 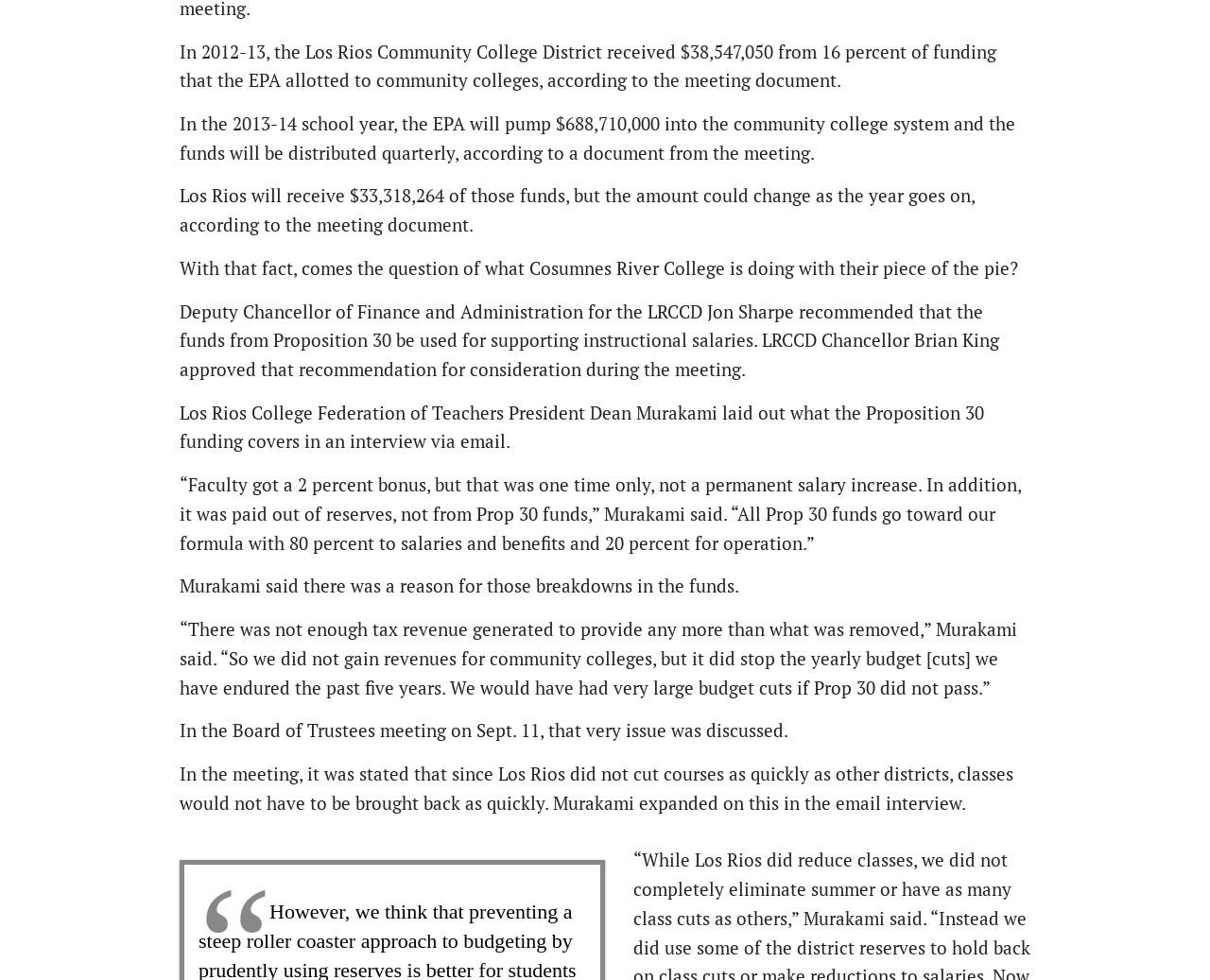 I want to click on 'In the Board of Trustees meeting on Sept. 11, that very issue was discussed.', so click(x=484, y=730).